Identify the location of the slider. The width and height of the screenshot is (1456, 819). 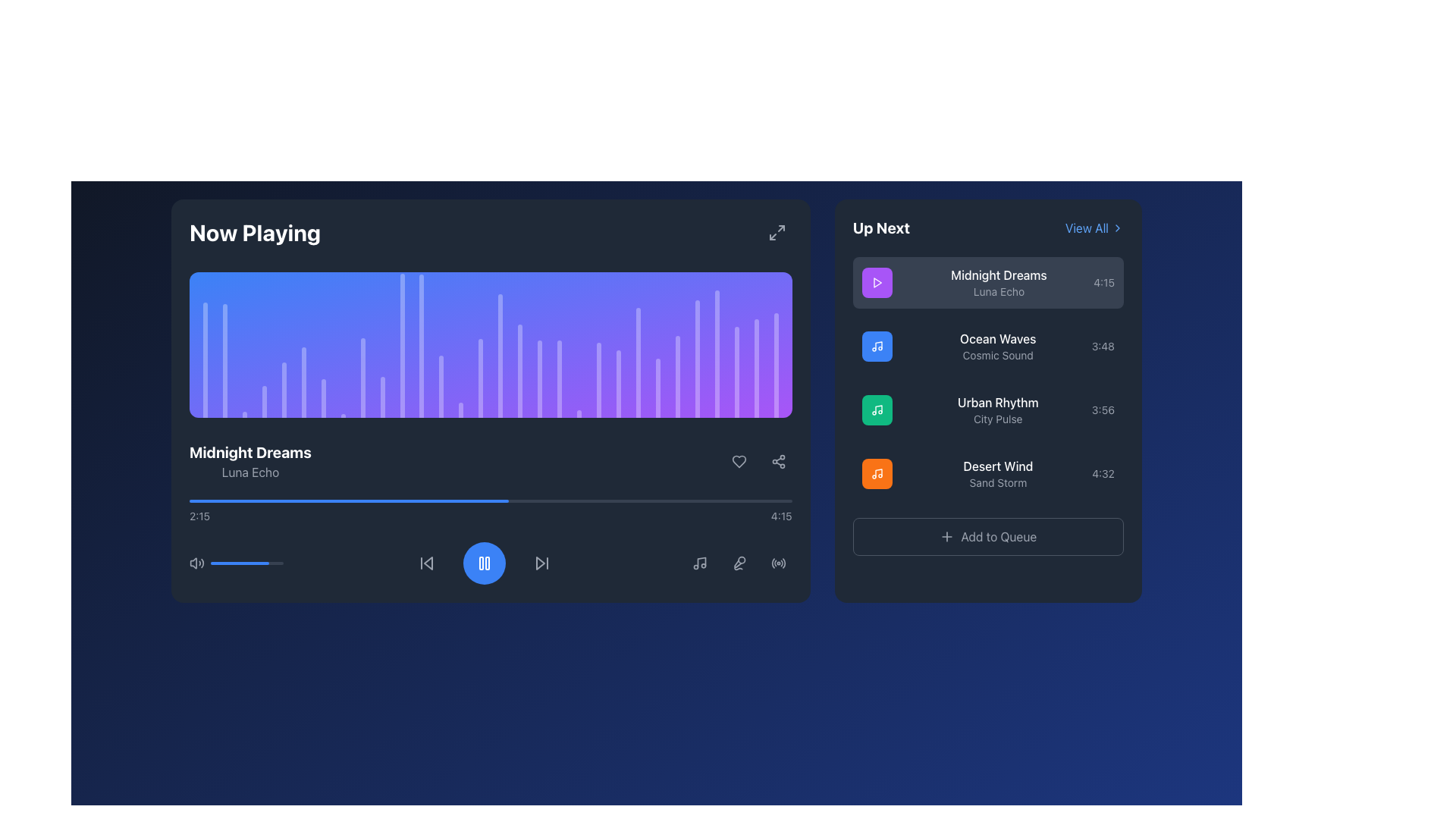
(249, 563).